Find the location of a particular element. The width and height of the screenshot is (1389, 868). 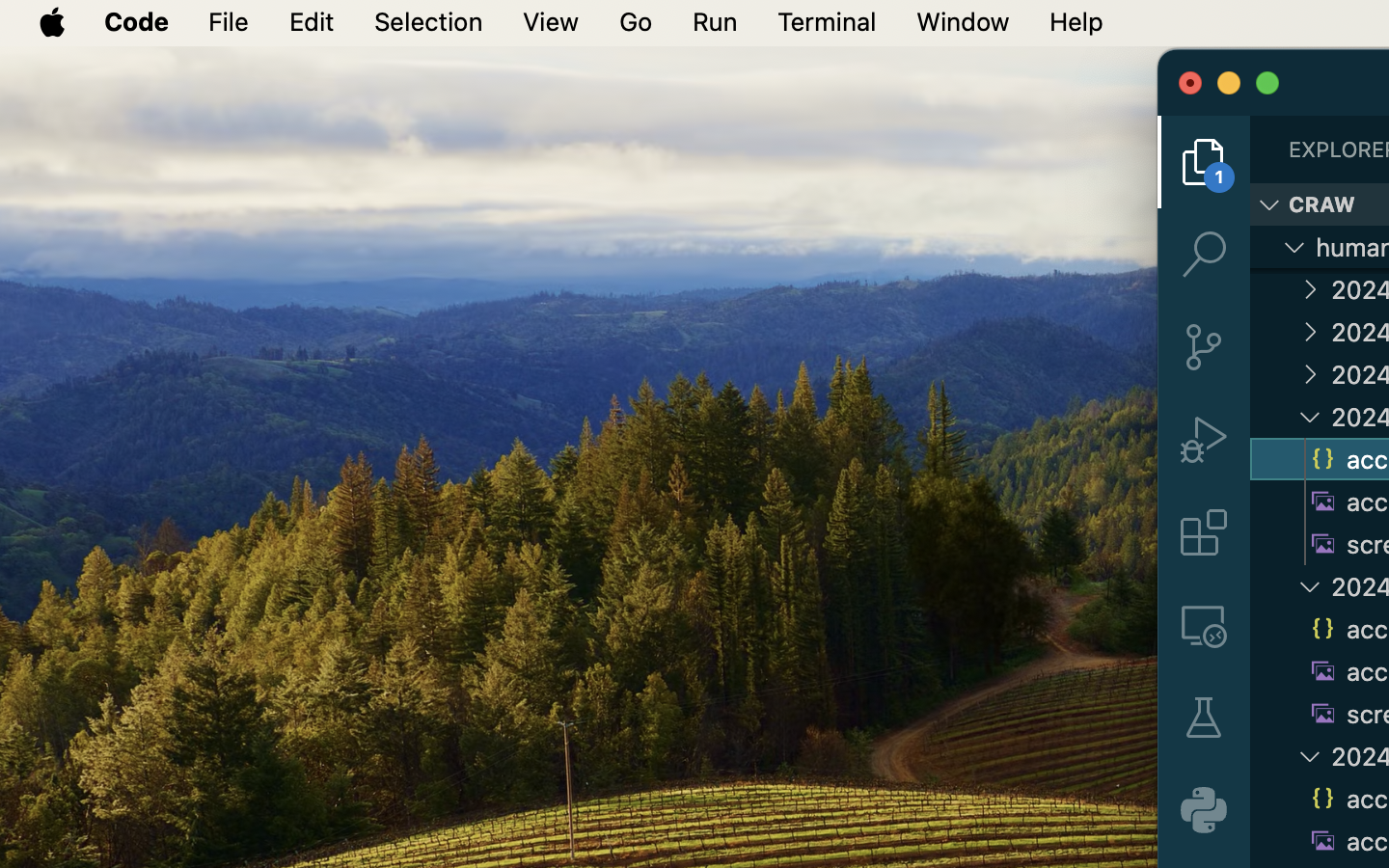

'0 ' is located at coordinates (1203, 625).